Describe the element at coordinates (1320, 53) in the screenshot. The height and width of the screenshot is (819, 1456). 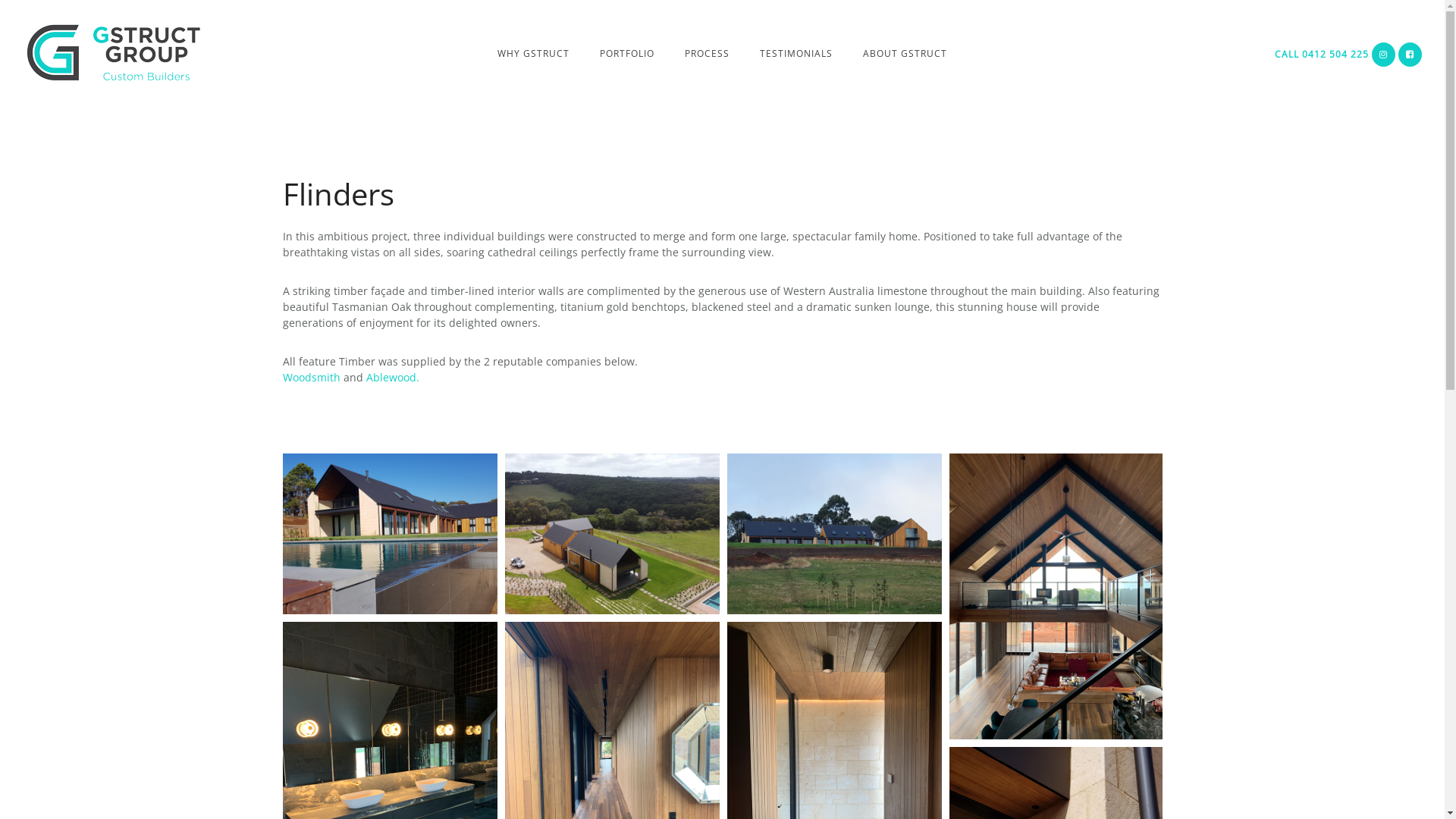
I see `'CALL 0412 504 225'` at that location.